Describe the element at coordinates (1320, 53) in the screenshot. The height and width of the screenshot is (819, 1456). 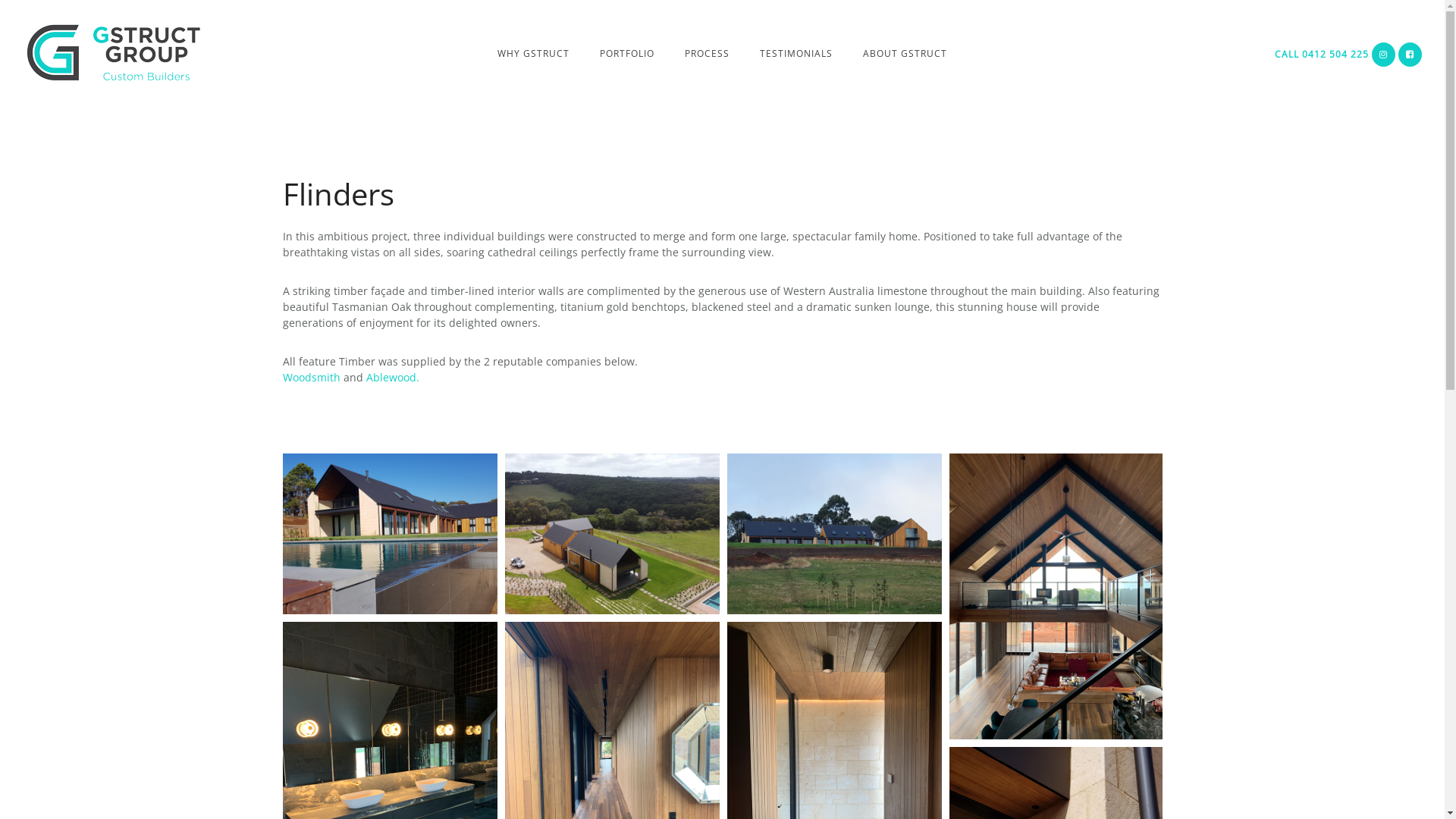
I see `'CALL 0412 504 225'` at that location.